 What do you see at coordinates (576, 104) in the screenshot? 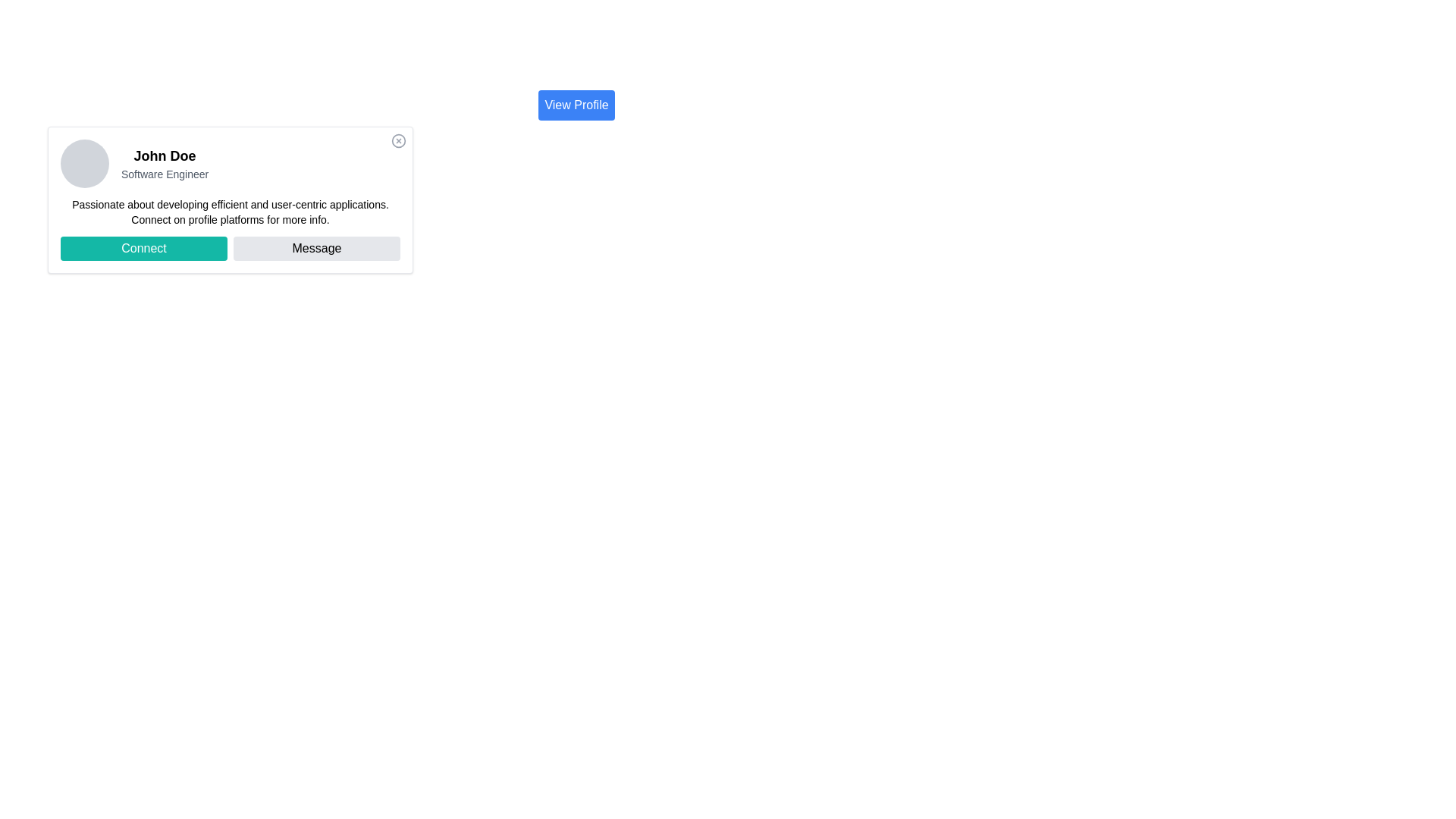
I see `the user profile view button located at the top center of the page layout` at bounding box center [576, 104].